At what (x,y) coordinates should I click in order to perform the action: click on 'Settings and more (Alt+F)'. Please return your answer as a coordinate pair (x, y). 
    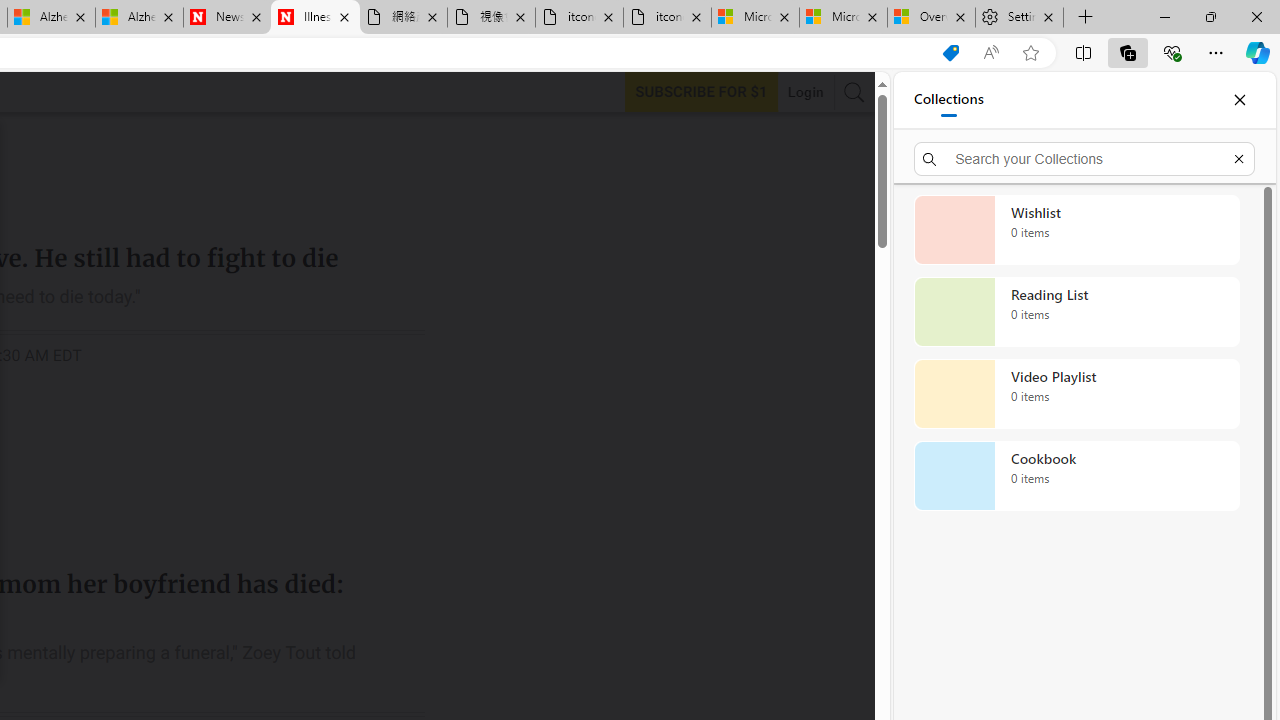
    Looking at the image, I should click on (1215, 51).